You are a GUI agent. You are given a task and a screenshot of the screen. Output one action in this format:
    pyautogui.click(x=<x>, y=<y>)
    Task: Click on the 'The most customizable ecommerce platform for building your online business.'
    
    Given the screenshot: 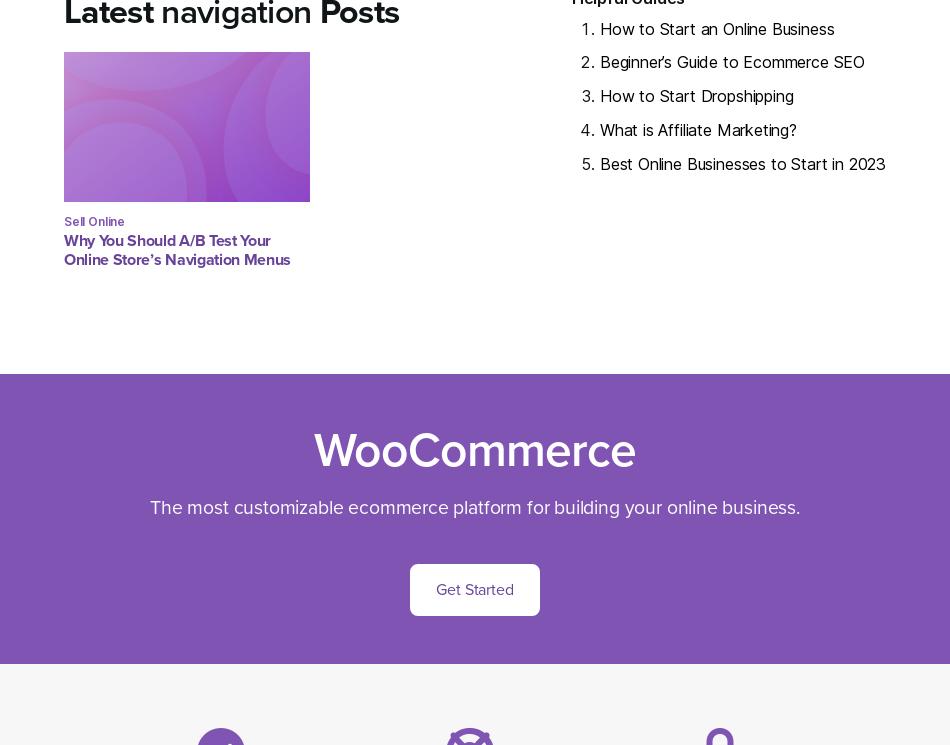 What is the action you would take?
    pyautogui.click(x=473, y=508)
    